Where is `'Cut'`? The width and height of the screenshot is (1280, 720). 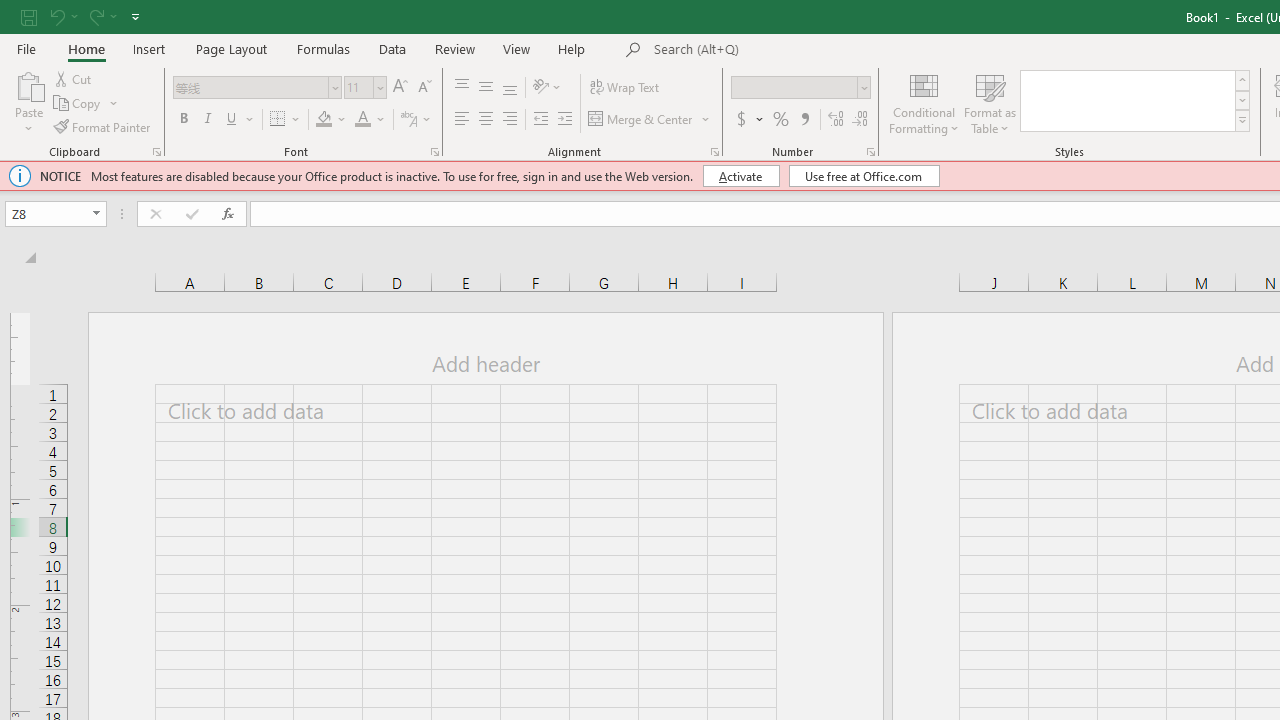 'Cut' is located at coordinates (74, 78).